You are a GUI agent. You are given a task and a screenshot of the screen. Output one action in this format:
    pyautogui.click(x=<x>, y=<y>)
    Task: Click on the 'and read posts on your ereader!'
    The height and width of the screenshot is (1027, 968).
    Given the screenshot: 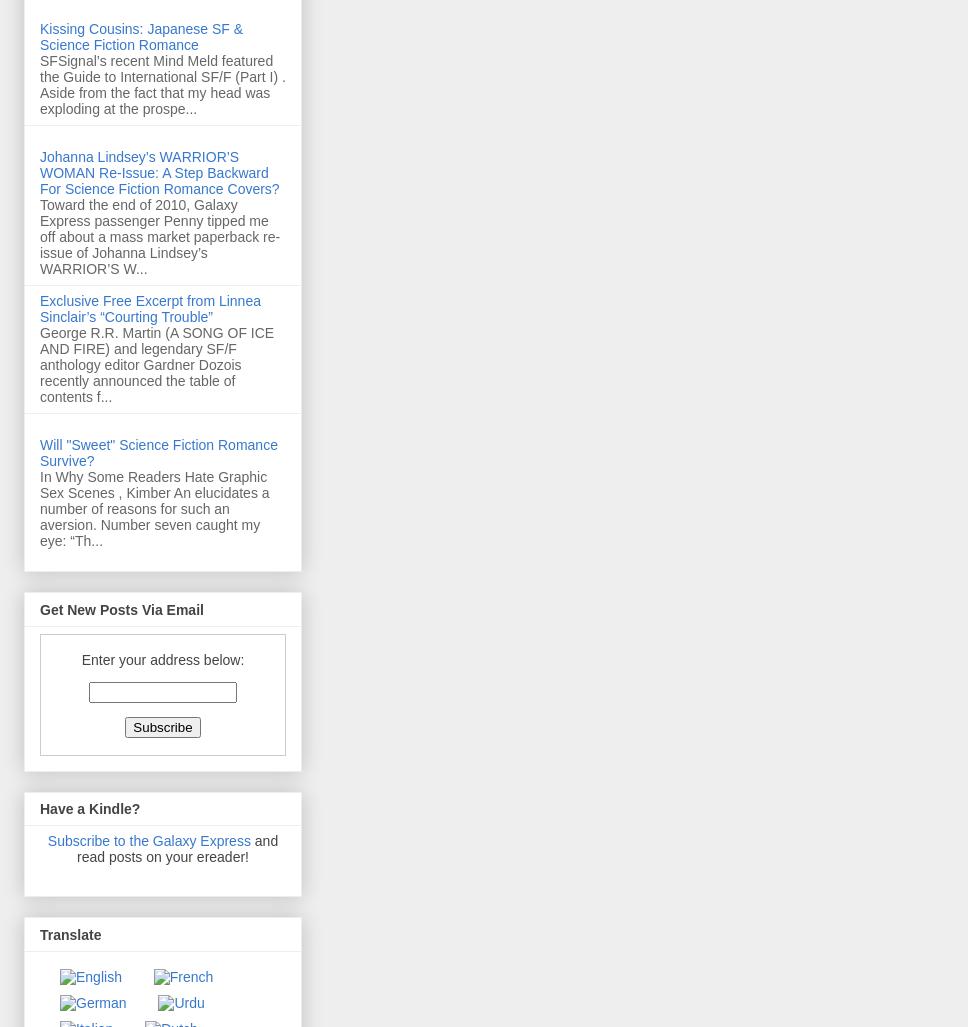 What is the action you would take?
    pyautogui.click(x=177, y=849)
    